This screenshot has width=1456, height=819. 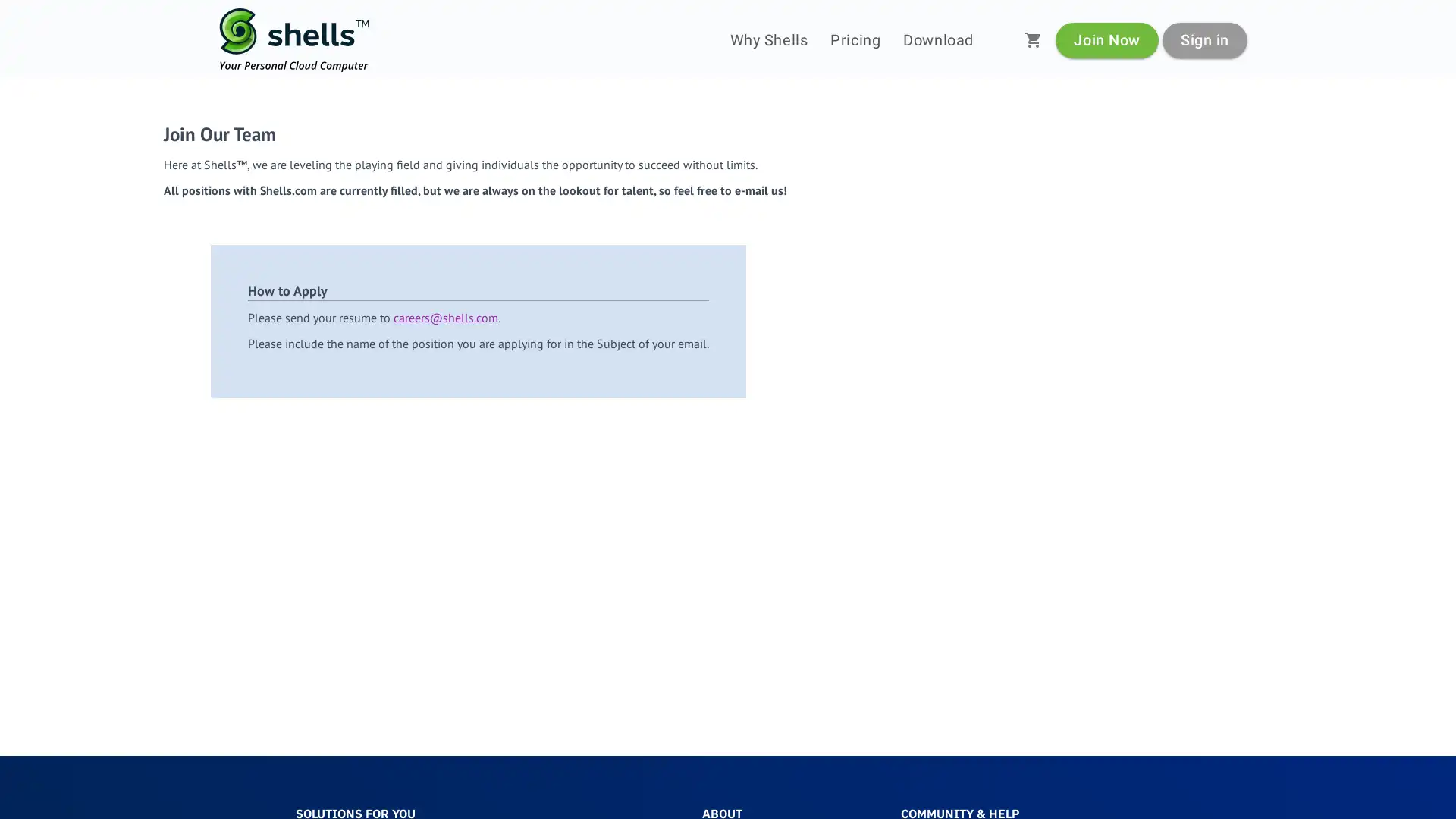 I want to click on Join Now, so click(x=1106, y=39).